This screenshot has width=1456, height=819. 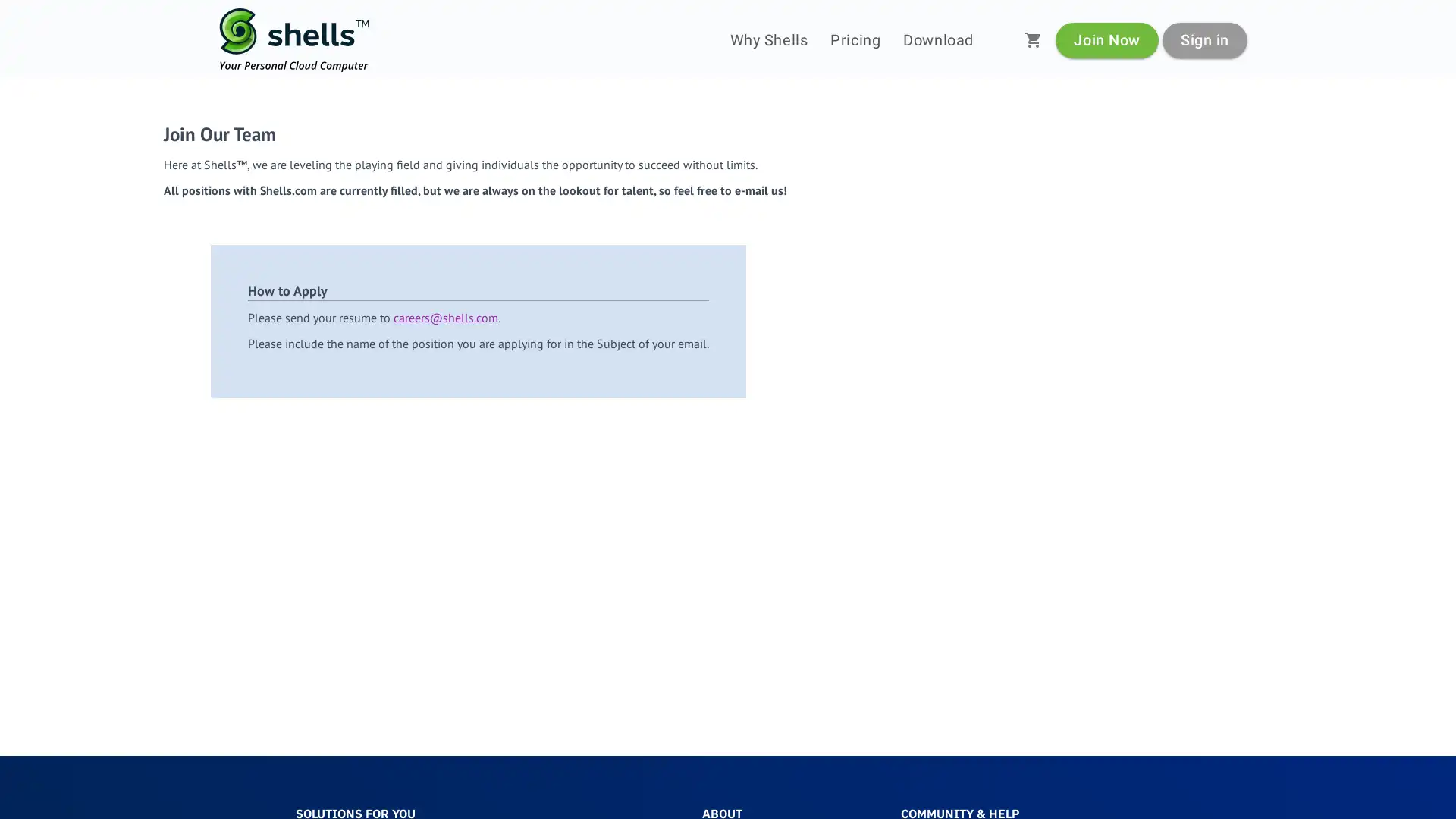 I want to click on Join Now, so click(x=1106, y=39).